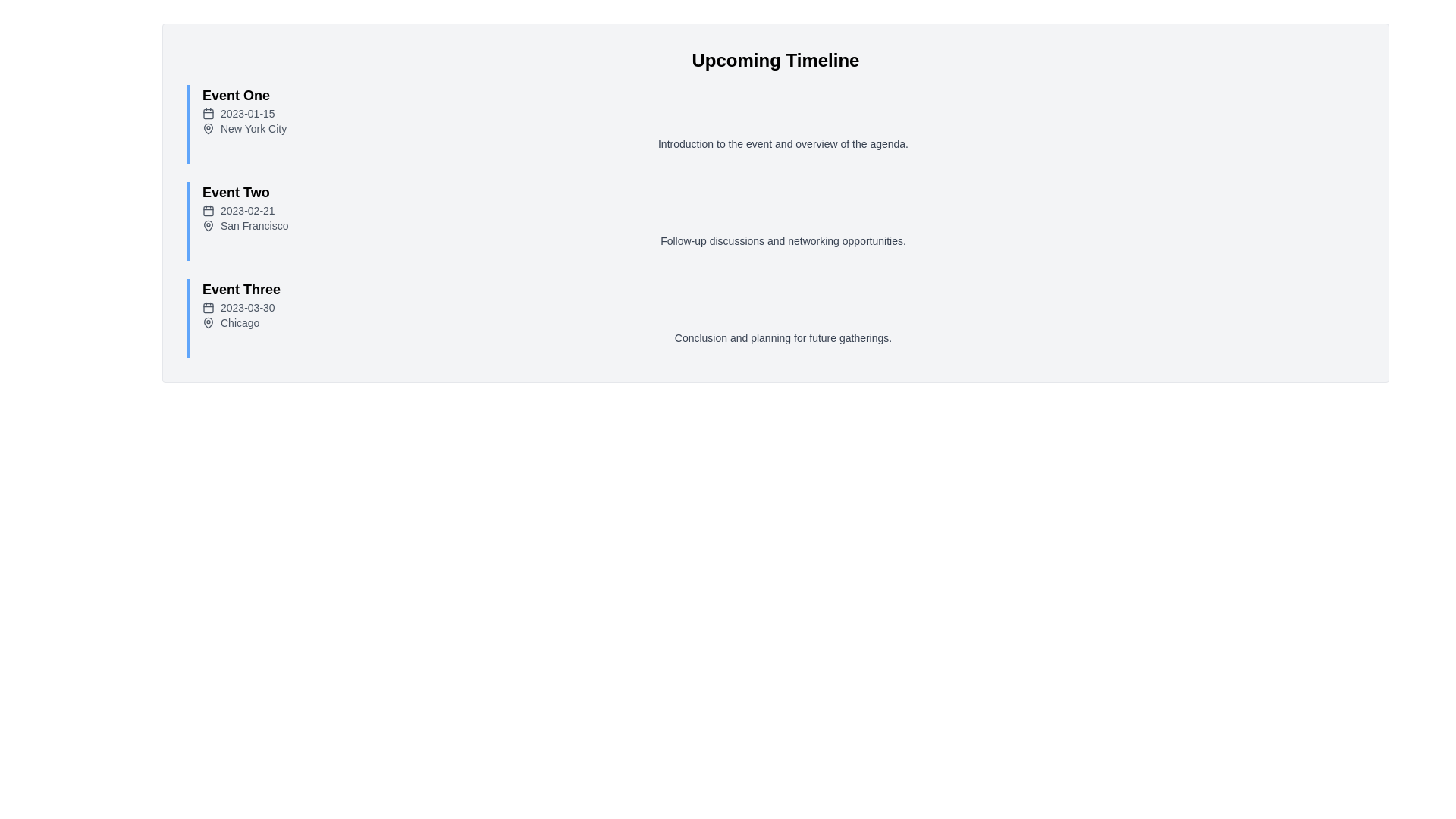  I want to click on the map pin icon located to the left of the text 'Chicago' in the description of 'Event Three' in the timeline interface, so click(207, 322).